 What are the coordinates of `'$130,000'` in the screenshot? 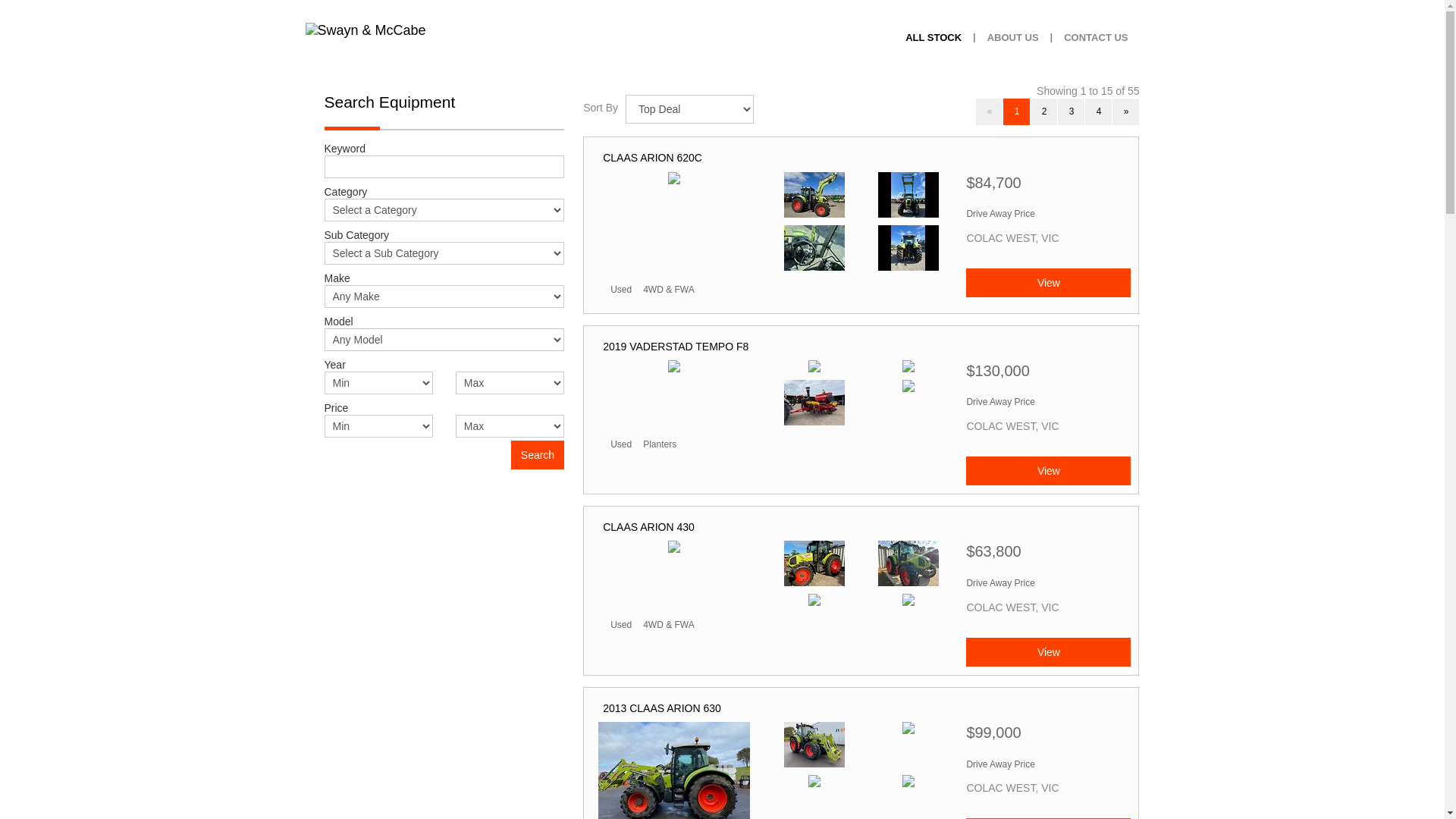 It's located at (1047, 375).